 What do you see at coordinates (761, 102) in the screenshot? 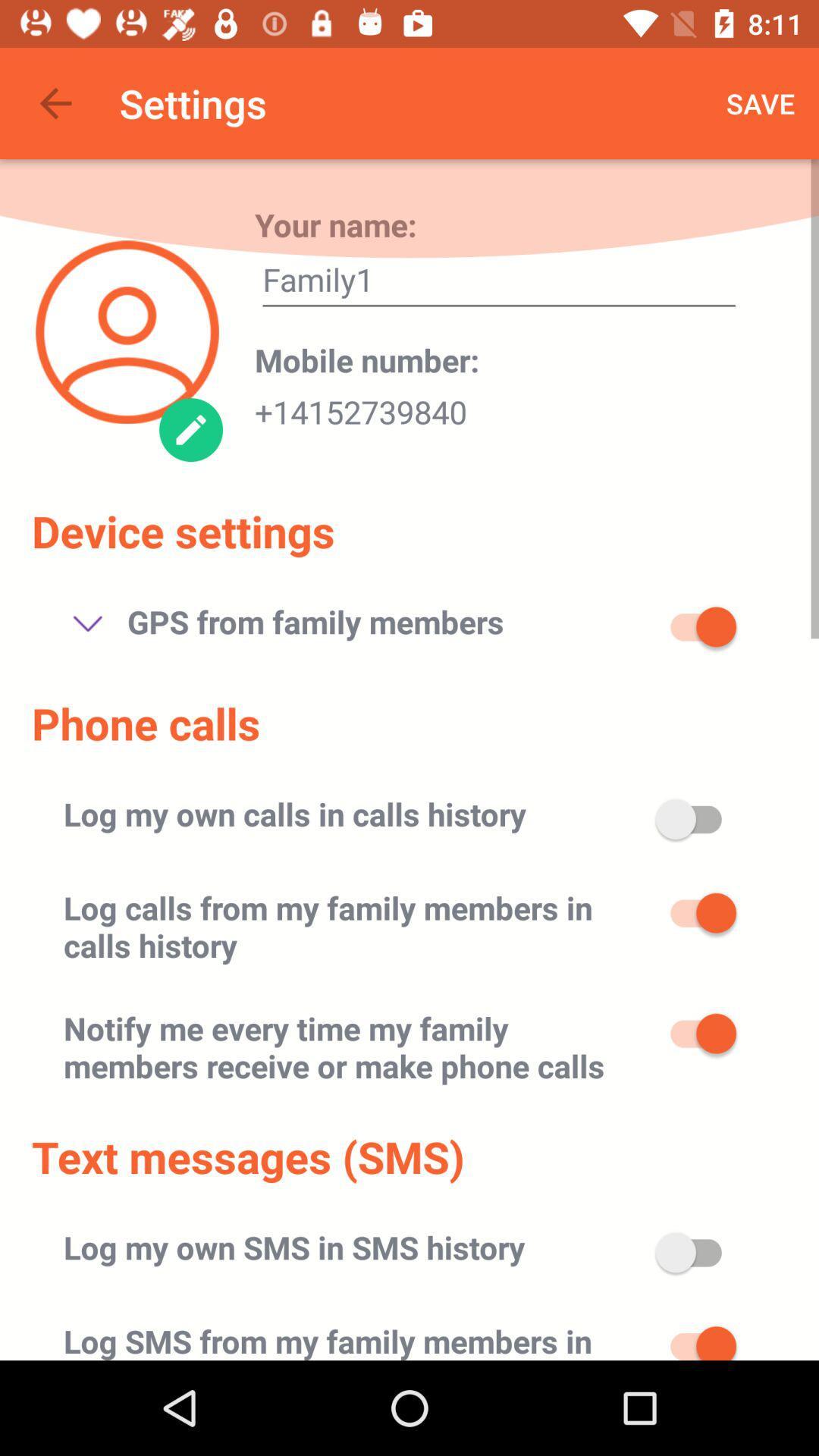
I see `the icon above family1` at bounding box center [761, 102].